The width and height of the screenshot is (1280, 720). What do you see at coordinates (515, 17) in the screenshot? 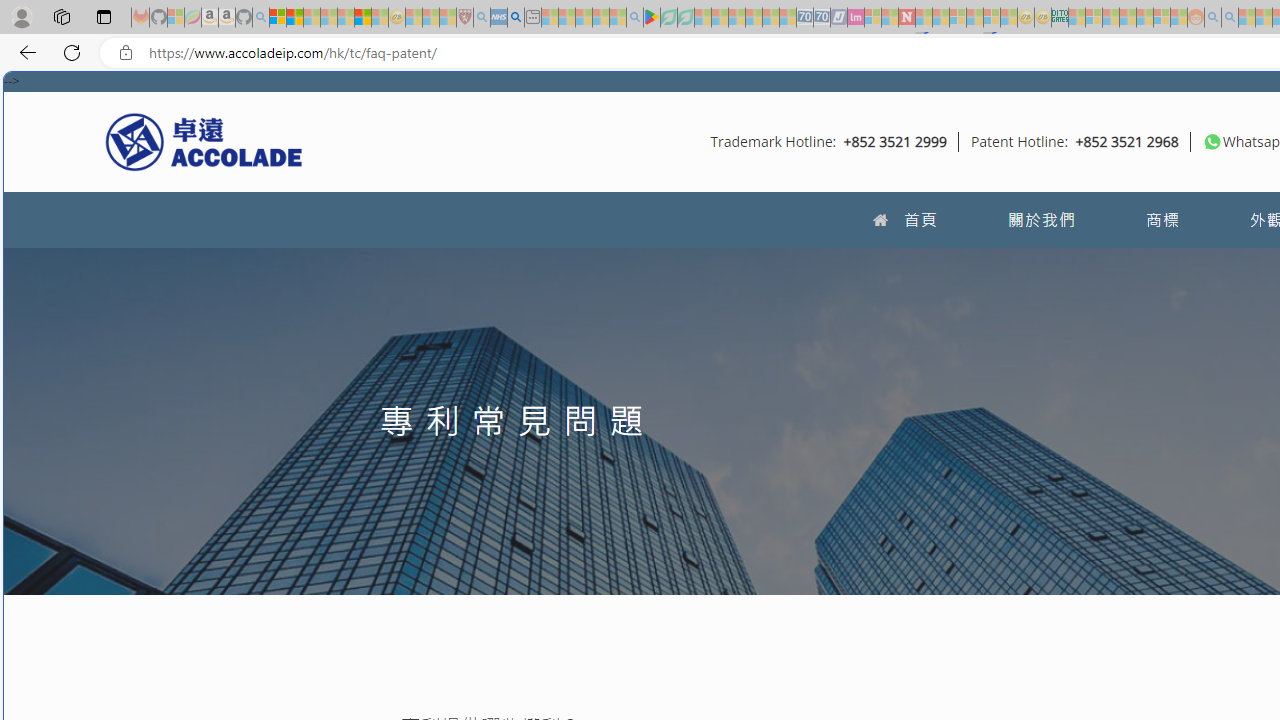
I see `'utah sues federal government - Search'` at bounding box center [515, 17].